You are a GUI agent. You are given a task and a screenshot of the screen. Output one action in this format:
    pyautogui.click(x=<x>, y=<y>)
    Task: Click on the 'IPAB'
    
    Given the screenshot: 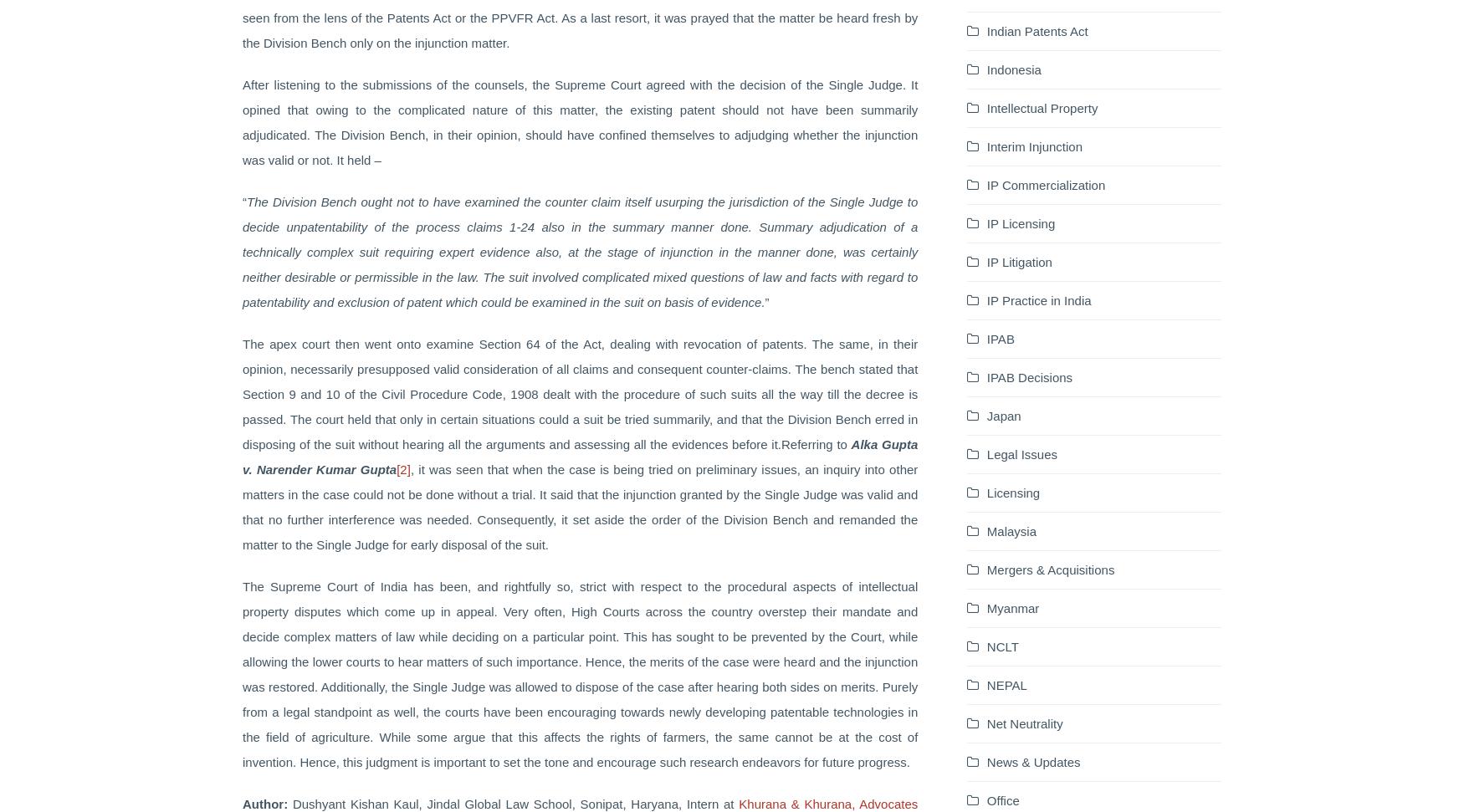 What is the action you would take?
    pyautogui.click(x=1000, y=337)
    